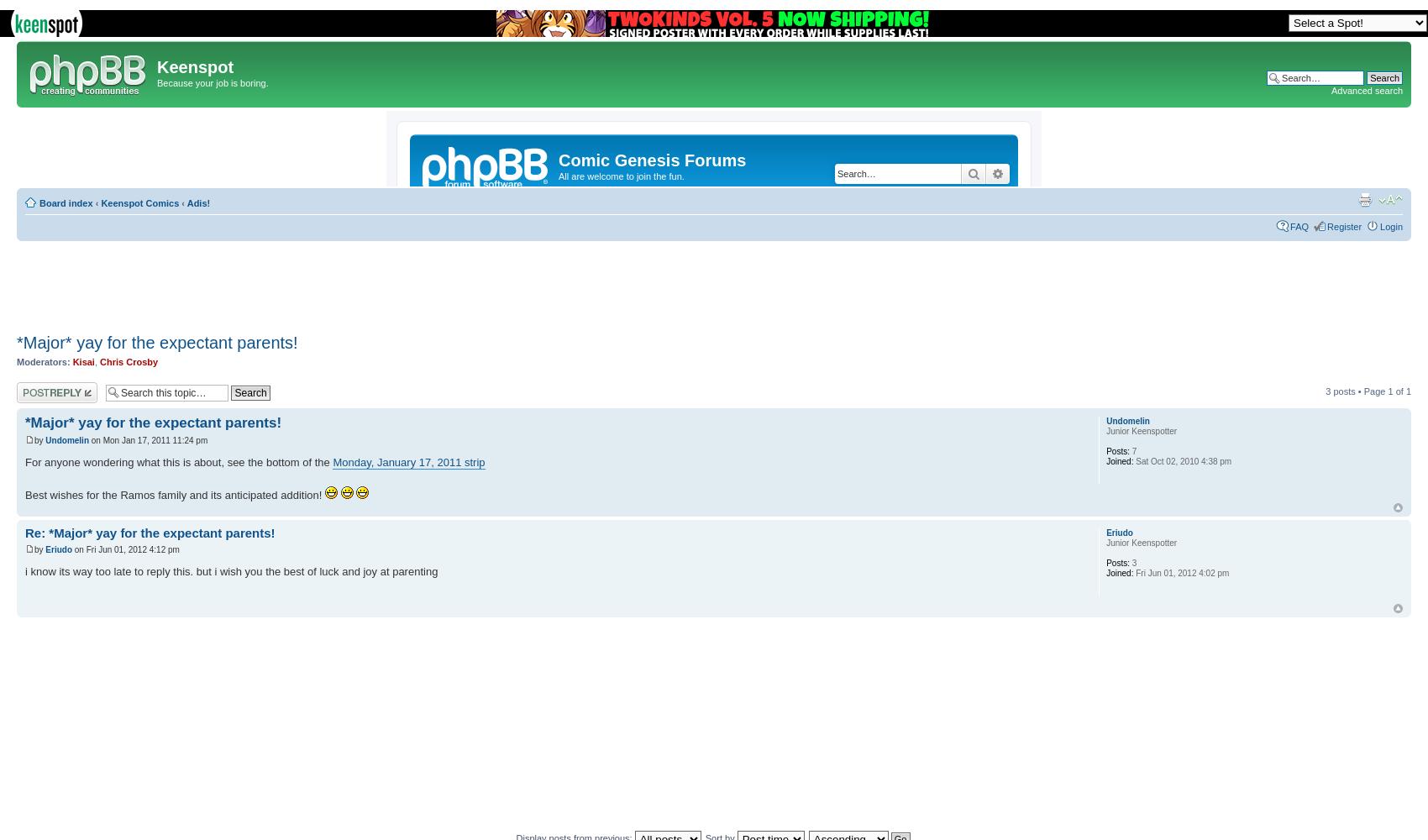 The image size is (1428, 840). Describe the element at coordinates (1132, 460) in the screenshot. I see `'Sat Oct 02, 2010 4:38 pm'` at that location.